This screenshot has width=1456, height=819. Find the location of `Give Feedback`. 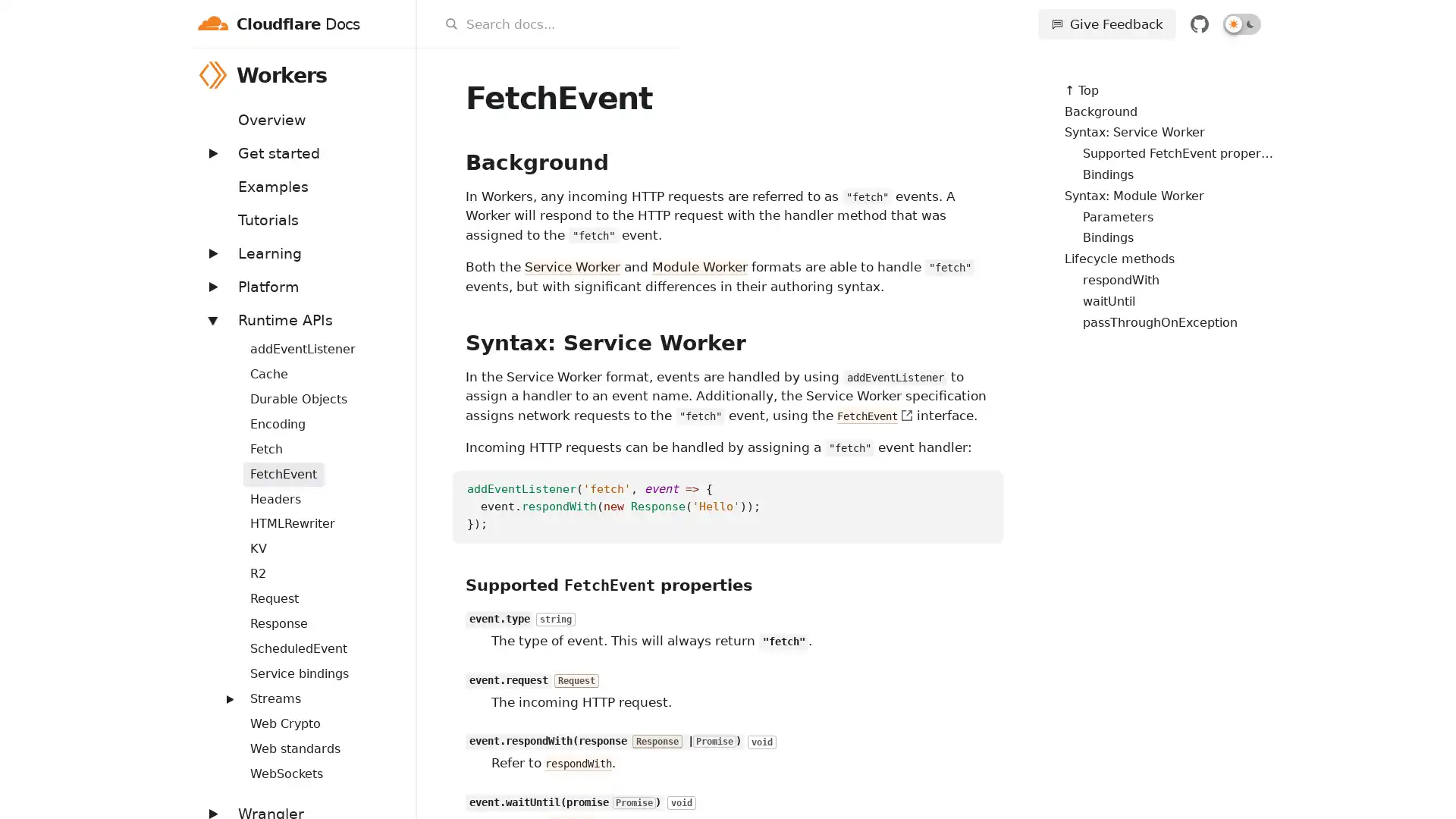

Give Feedback is located at coordinates (1106, 24).